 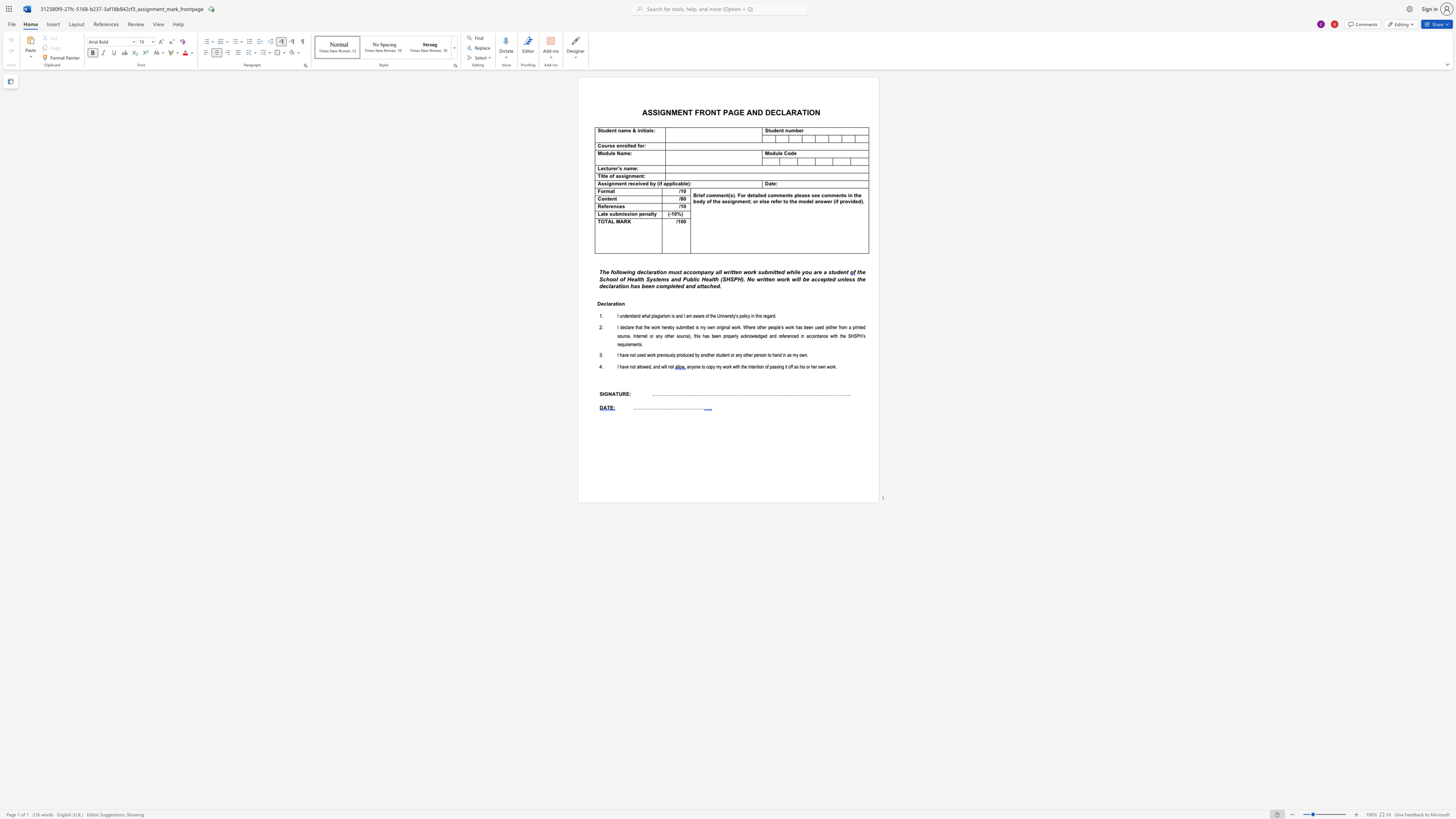 I want to click on the space between the continuous character "l" and "e" in the text, so click(x=630, y=146).